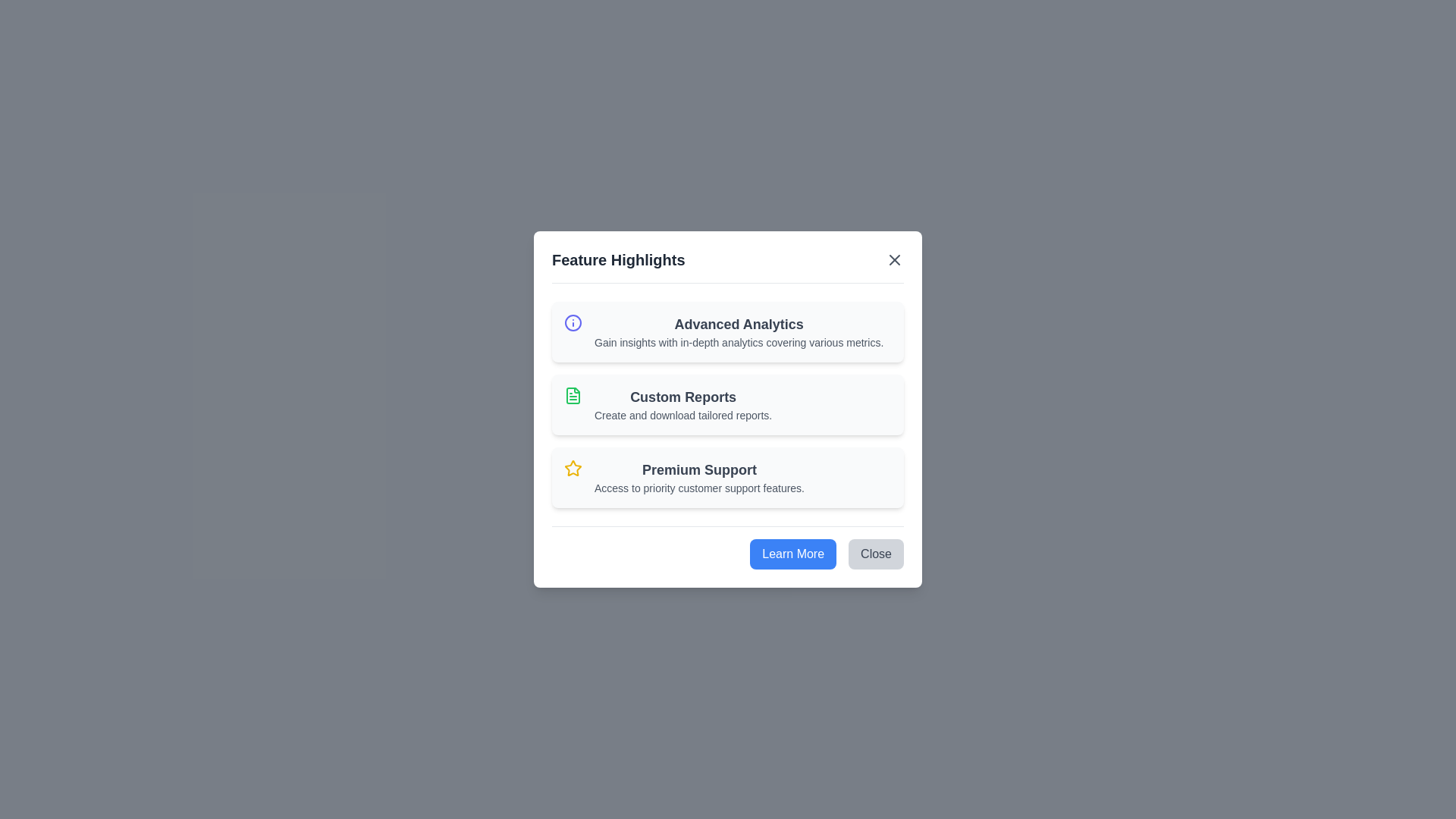 The image size is (1456, 819). Describe the element at coordinates (728, 403) in the screenshot. I see `the informational panel that provides details about the custom report feature, positioned between 'Advanced Analytics' and 'Premium Support' in the modal window` at that location.